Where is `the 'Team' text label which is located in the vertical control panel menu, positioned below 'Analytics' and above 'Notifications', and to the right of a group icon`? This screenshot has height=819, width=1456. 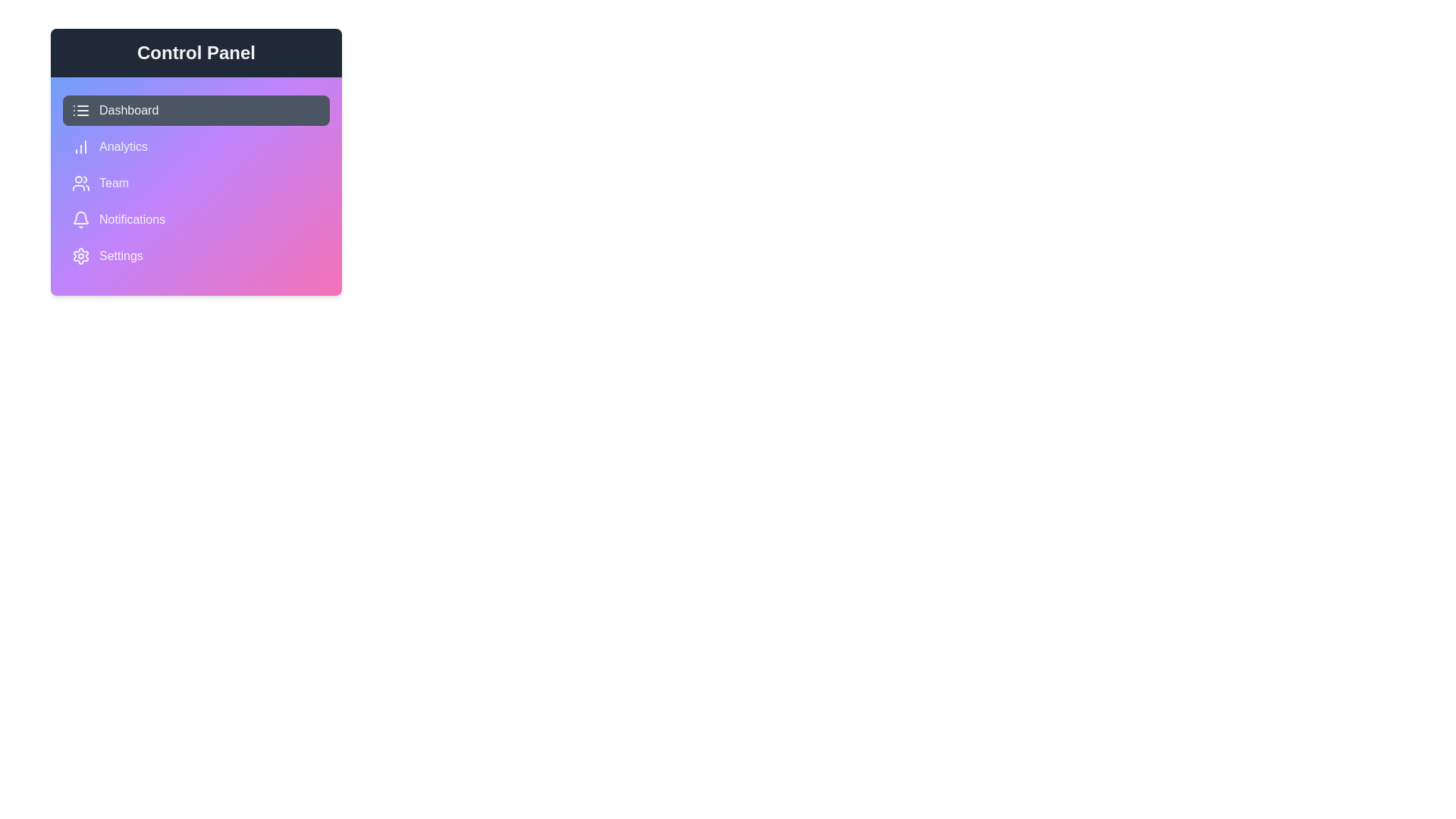 the 'Team' text label which is located in the vertical control panel menu, positioned below 'Analytics' and above 'Notifications', and to the right of a group icon is located at coordinates (113, 183).